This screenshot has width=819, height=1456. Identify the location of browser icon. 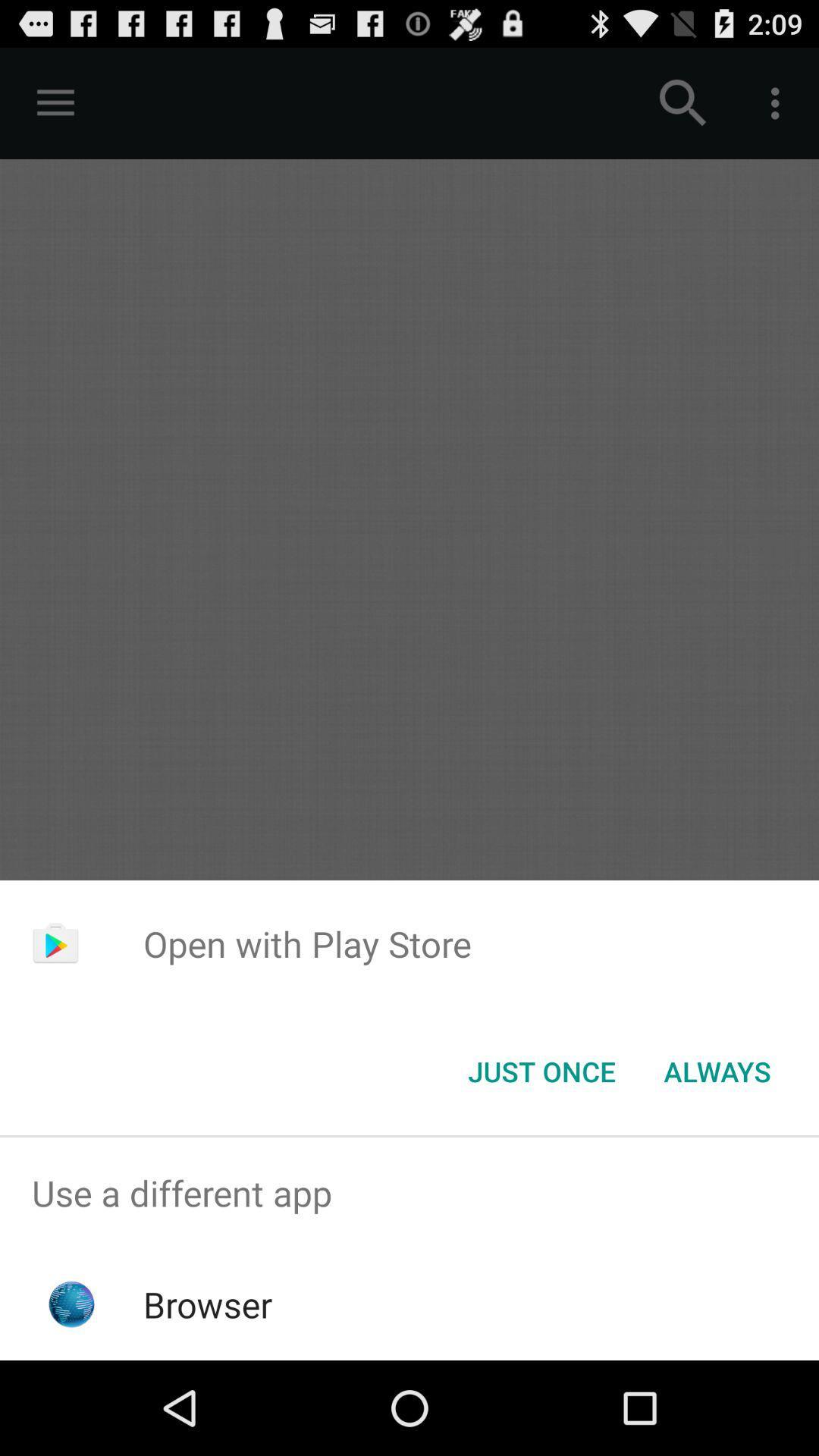
(208, 1304).